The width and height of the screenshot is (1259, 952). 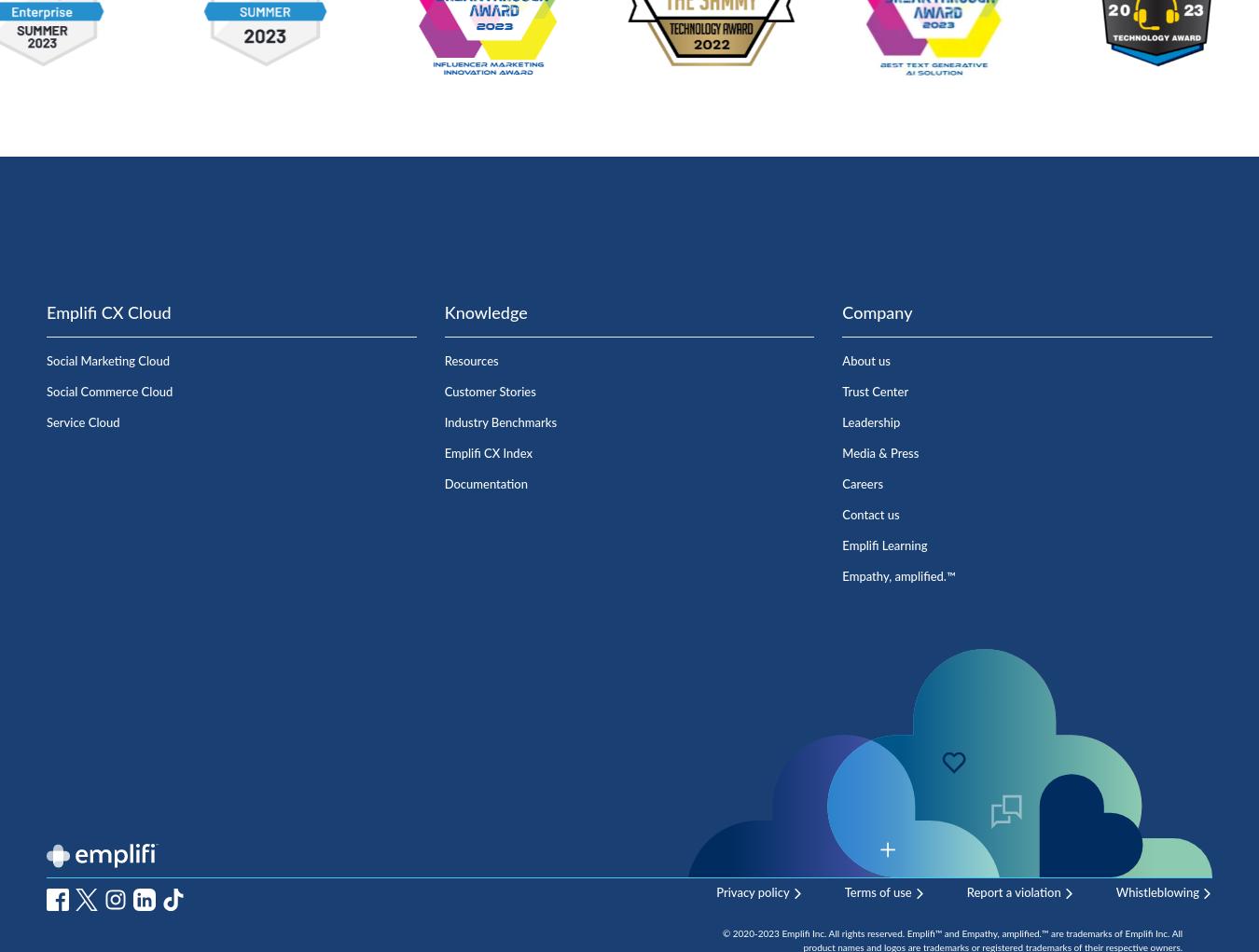 What do you see at coordinates (862, 484) in the screenshot?
I see `'Careers'` at bounding box center [862, 484].